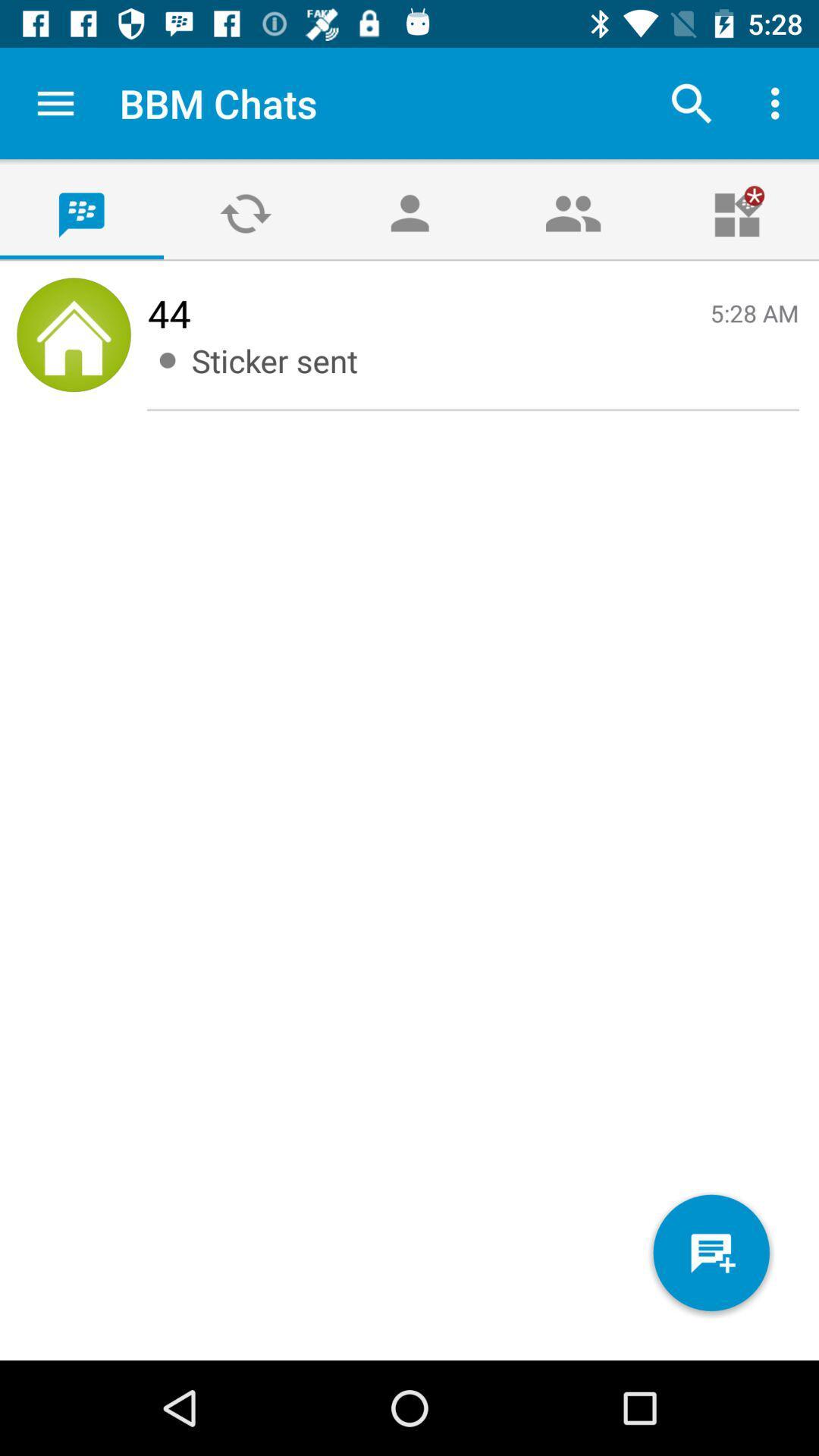 The height and width of the screenshot is (1456, 819). Describe the element at coordinates (736, 212) in the screenshot. I see `the gift icon` at that location.